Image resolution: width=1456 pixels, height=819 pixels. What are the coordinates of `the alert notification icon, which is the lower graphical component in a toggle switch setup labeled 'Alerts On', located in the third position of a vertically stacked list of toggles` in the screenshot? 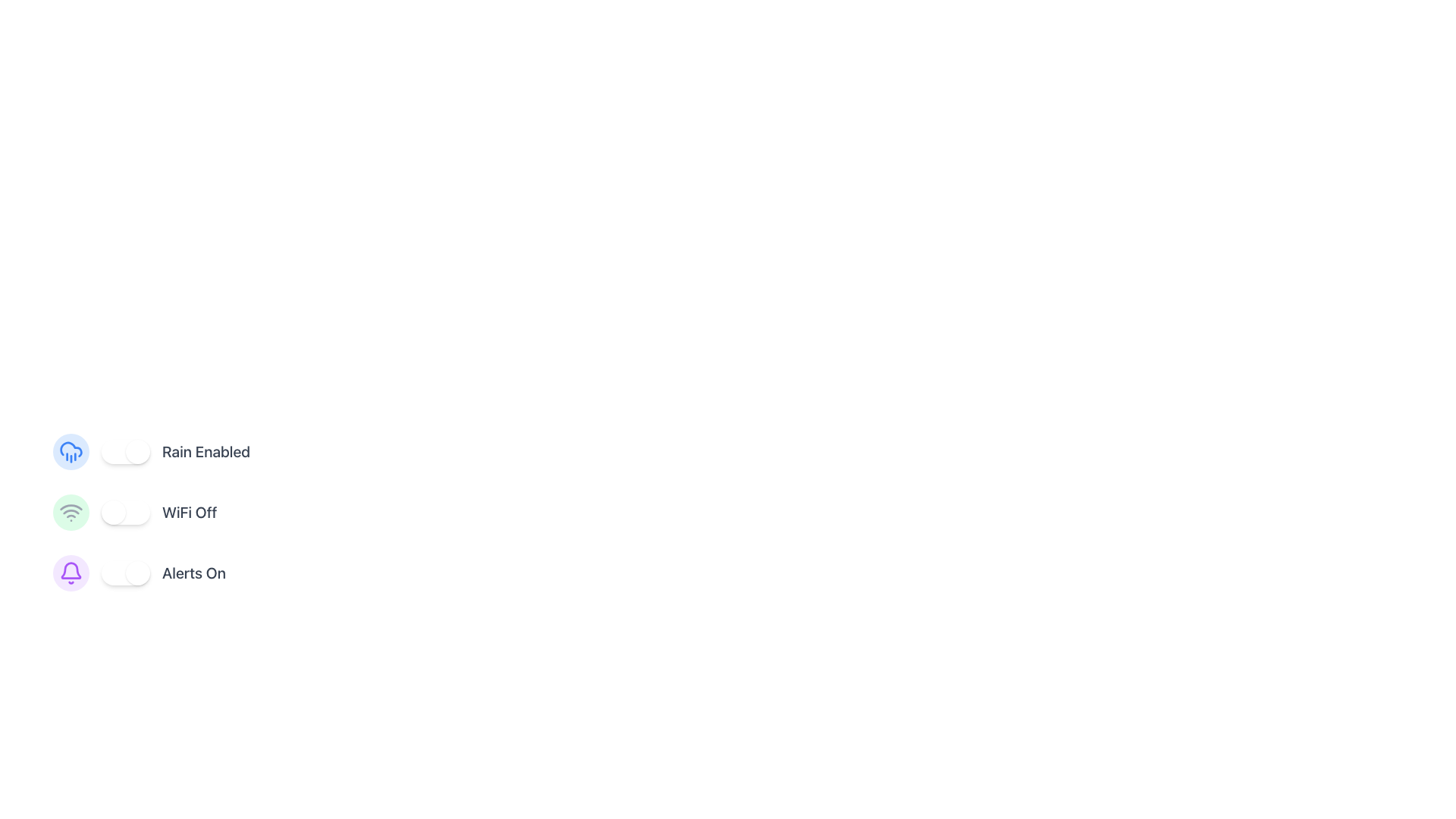 It's located at (71, 570).